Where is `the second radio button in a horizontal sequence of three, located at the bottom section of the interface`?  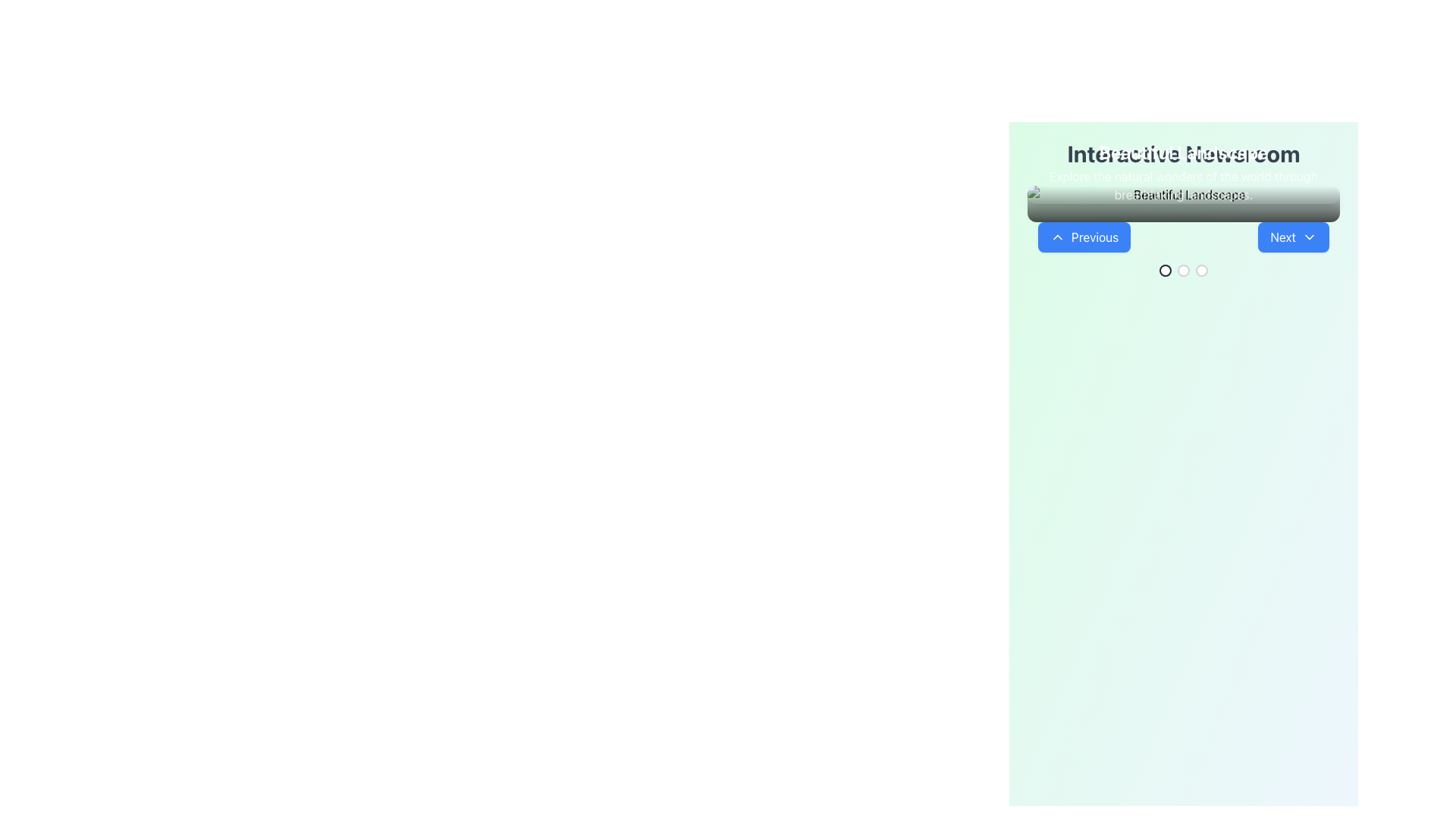 the second radio button in a horizontal sequence of three, located at the bottom section of the interface is located at coordinates (1182, 270).